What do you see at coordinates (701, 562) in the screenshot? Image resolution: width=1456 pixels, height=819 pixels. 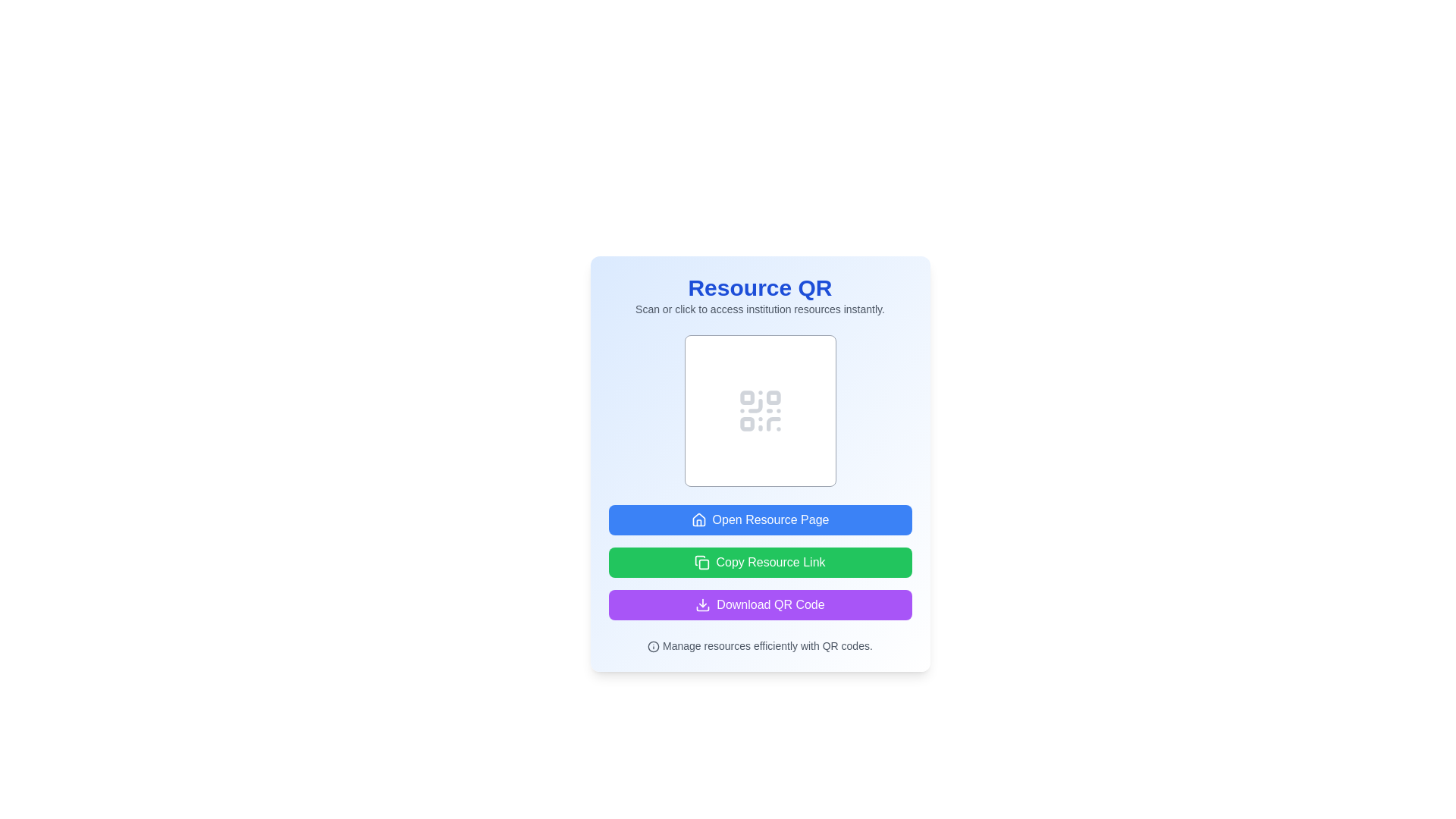 I see `the copy icon located inside the green 'Copy Resource Link' button, positioned towards the left edge just before the text label` at bounding box center [701, 562].